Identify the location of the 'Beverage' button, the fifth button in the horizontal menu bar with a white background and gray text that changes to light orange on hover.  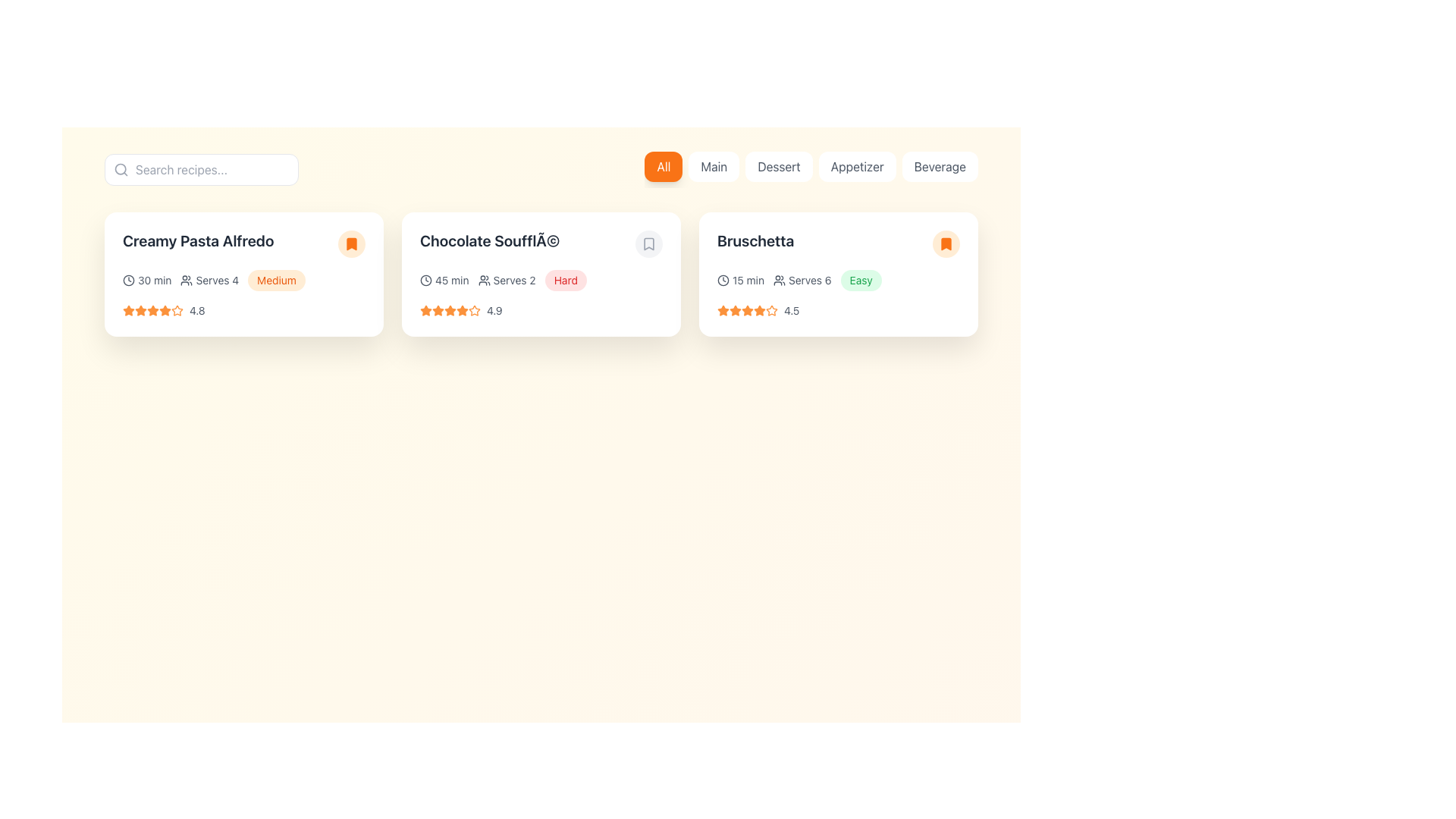
(939, 166).